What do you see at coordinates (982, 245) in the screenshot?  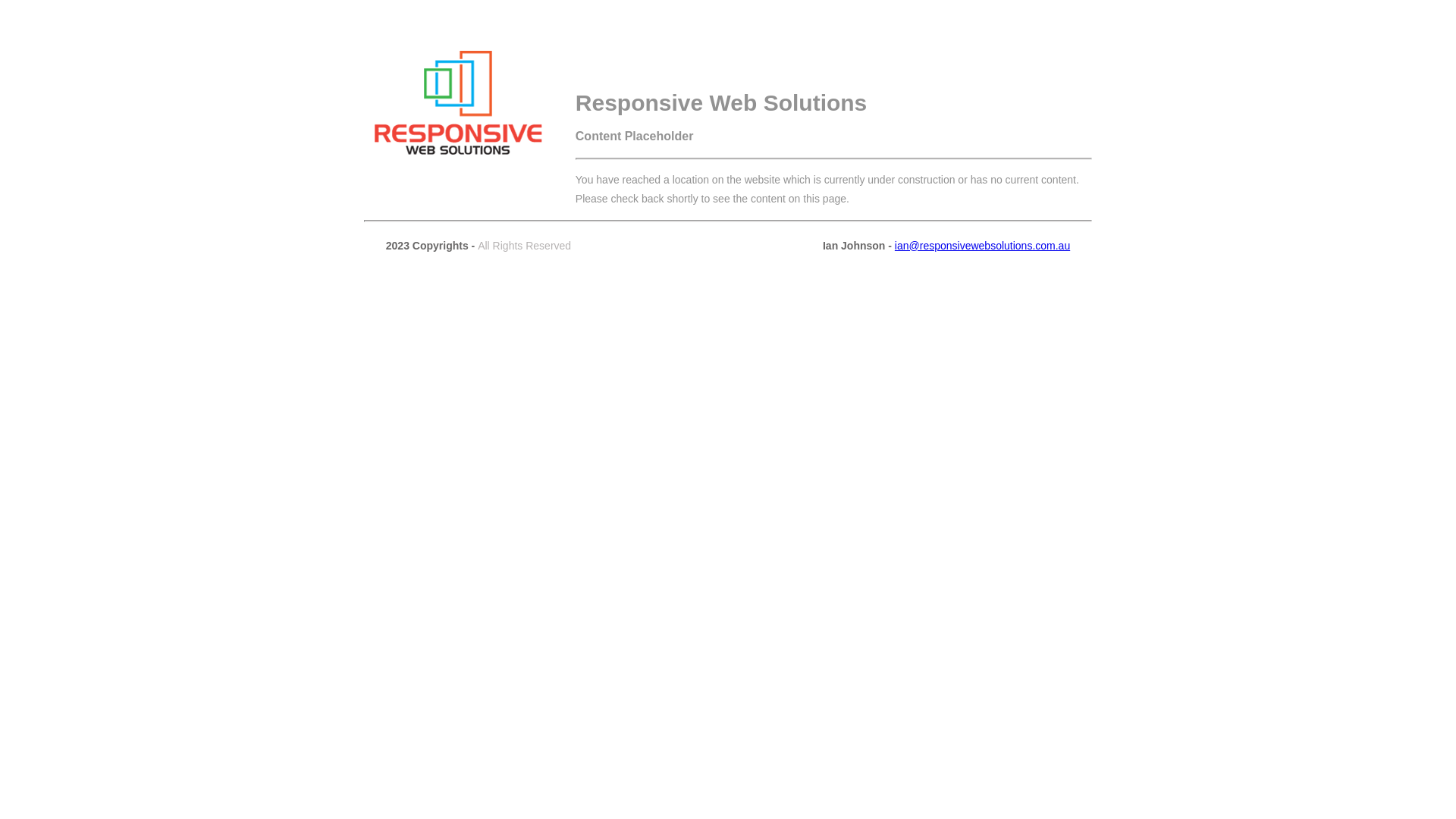 I see `'ian@responsivewebsolutions.com.au'` at bounding box center [982, 245].